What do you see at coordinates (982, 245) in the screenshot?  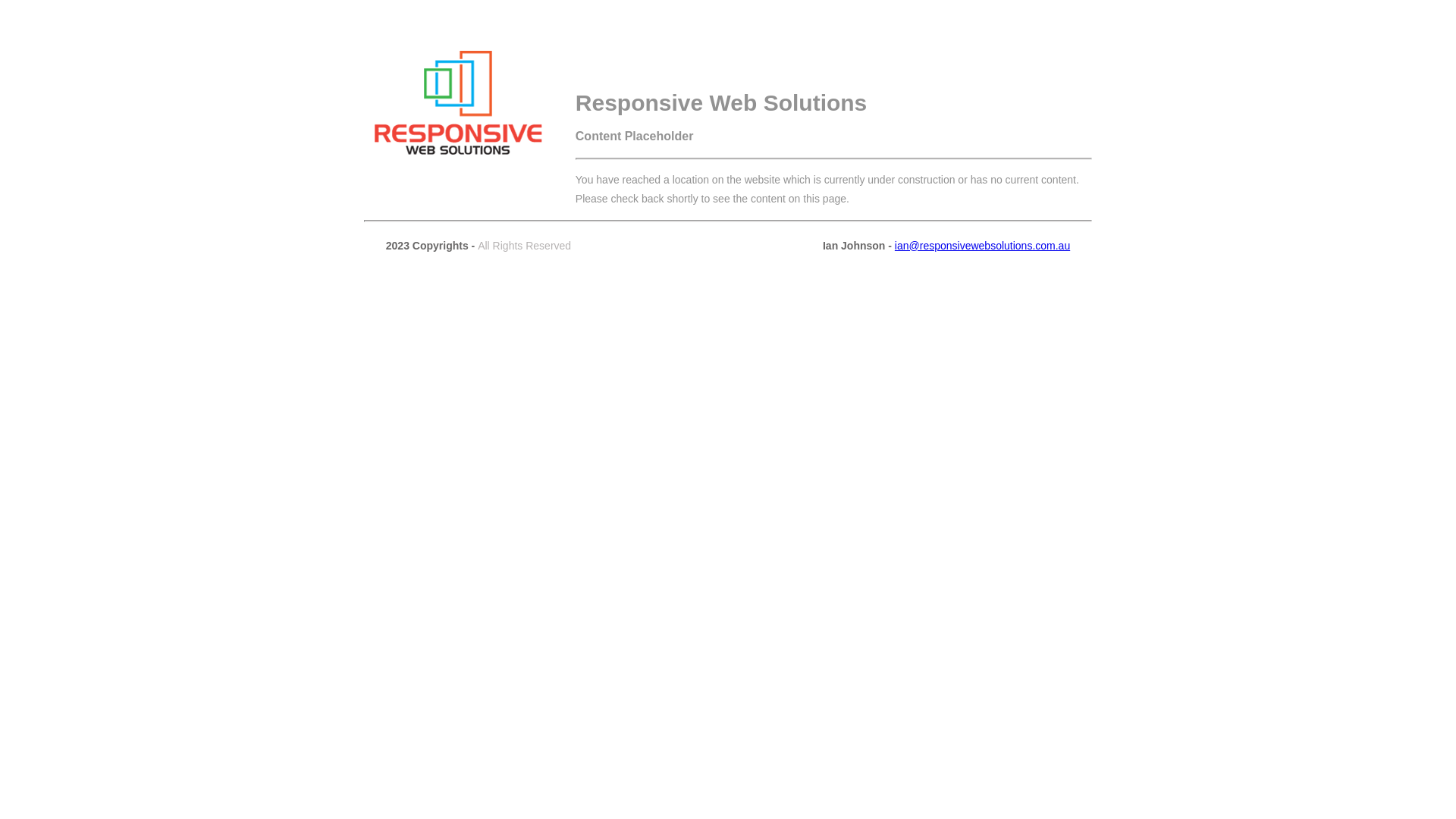 I see `'ian@responsivewebsolutions.com.au'` at bounding box center [982, 245].